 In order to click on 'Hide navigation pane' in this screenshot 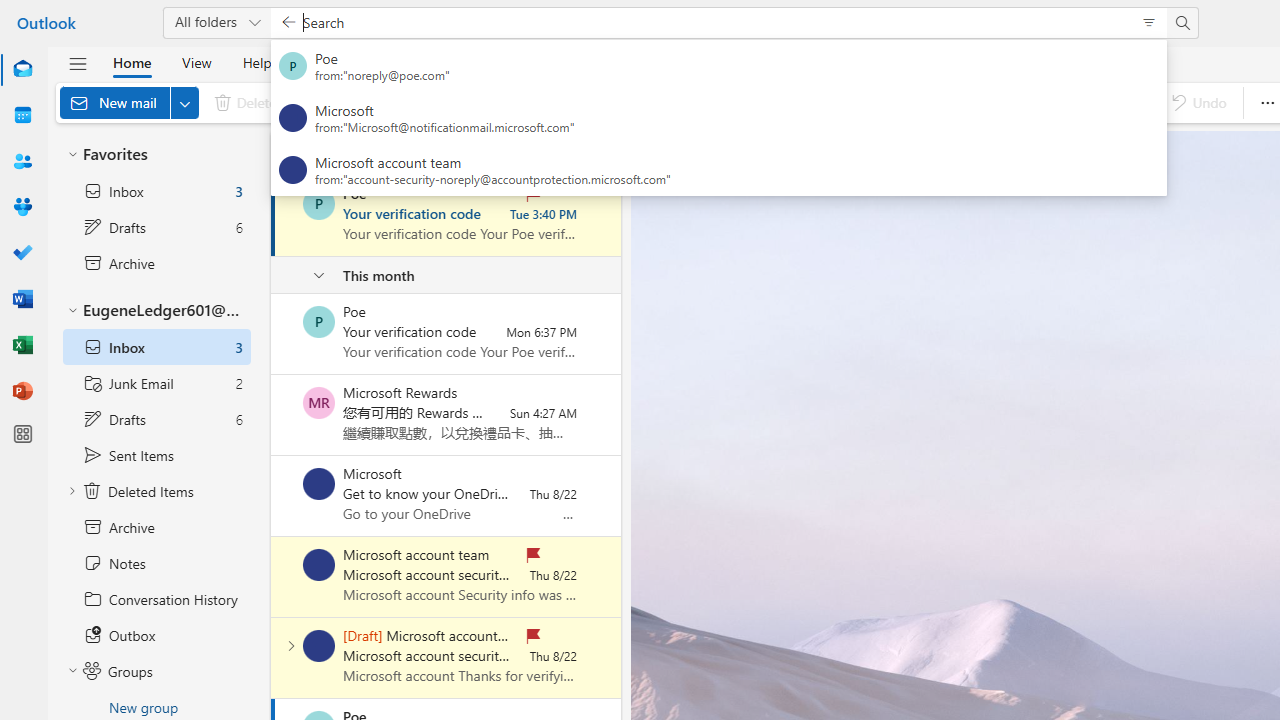, I will do `click(78, 62)`.